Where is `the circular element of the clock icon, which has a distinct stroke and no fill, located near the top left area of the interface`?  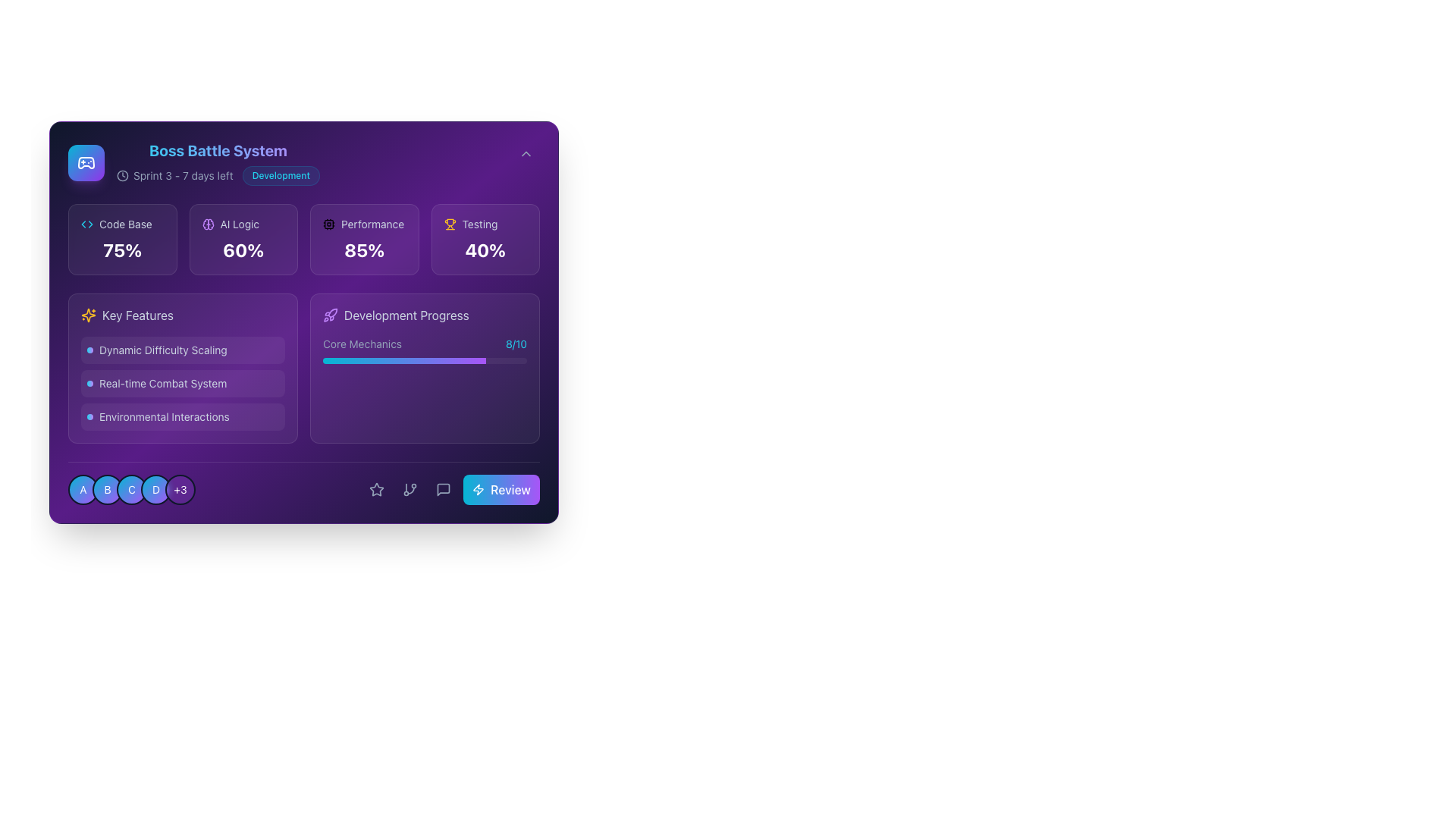 the circular element of the clock icon, which has a distinct stroke and no fill, located near the top left area of the interface is located at coordinates (123, 174).